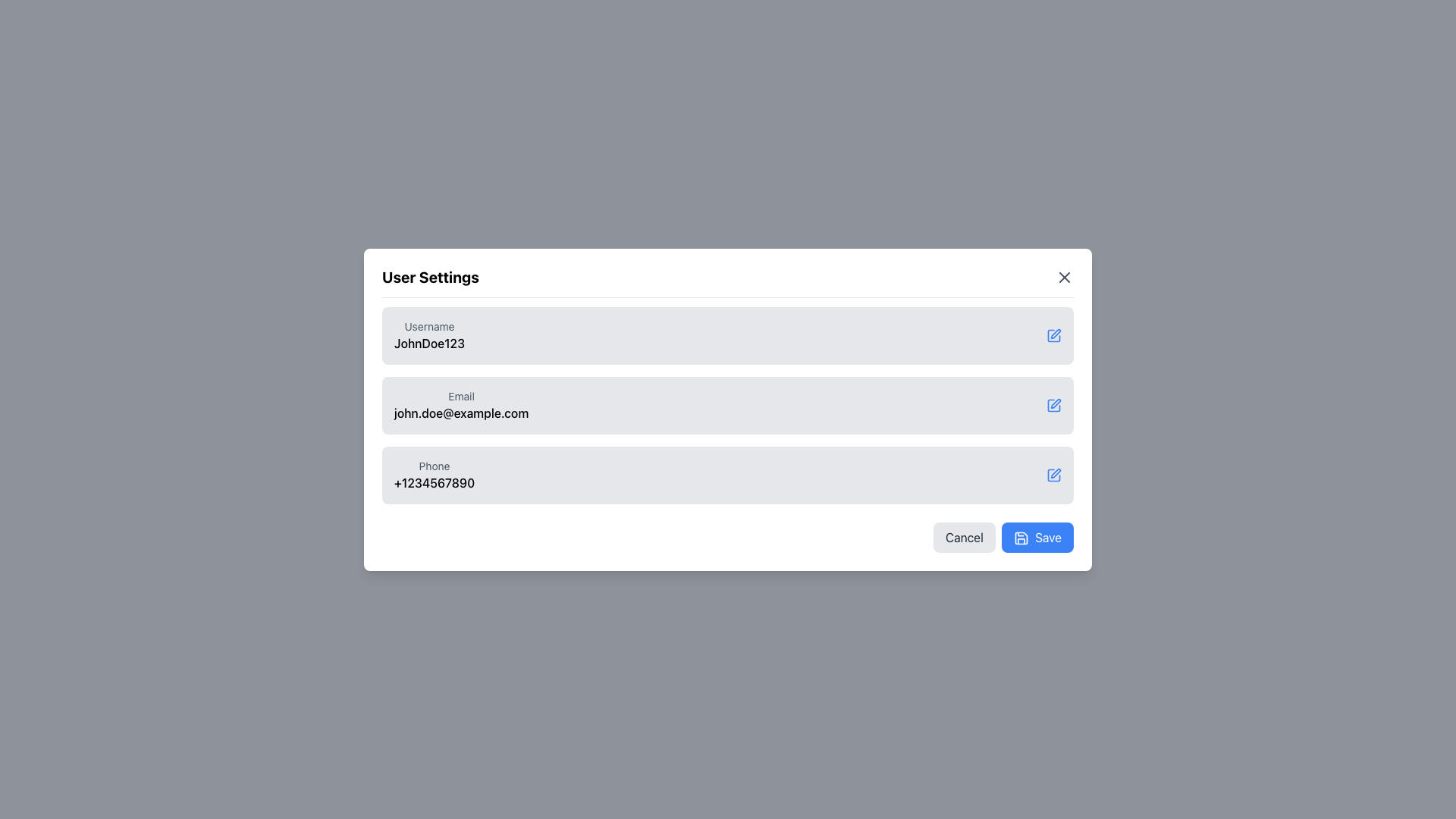  Describe the element at coordinates (963, 536) in the screenshot. I see `the 'Cancel' button located in the bottom-right section of the modal interface` at that location.